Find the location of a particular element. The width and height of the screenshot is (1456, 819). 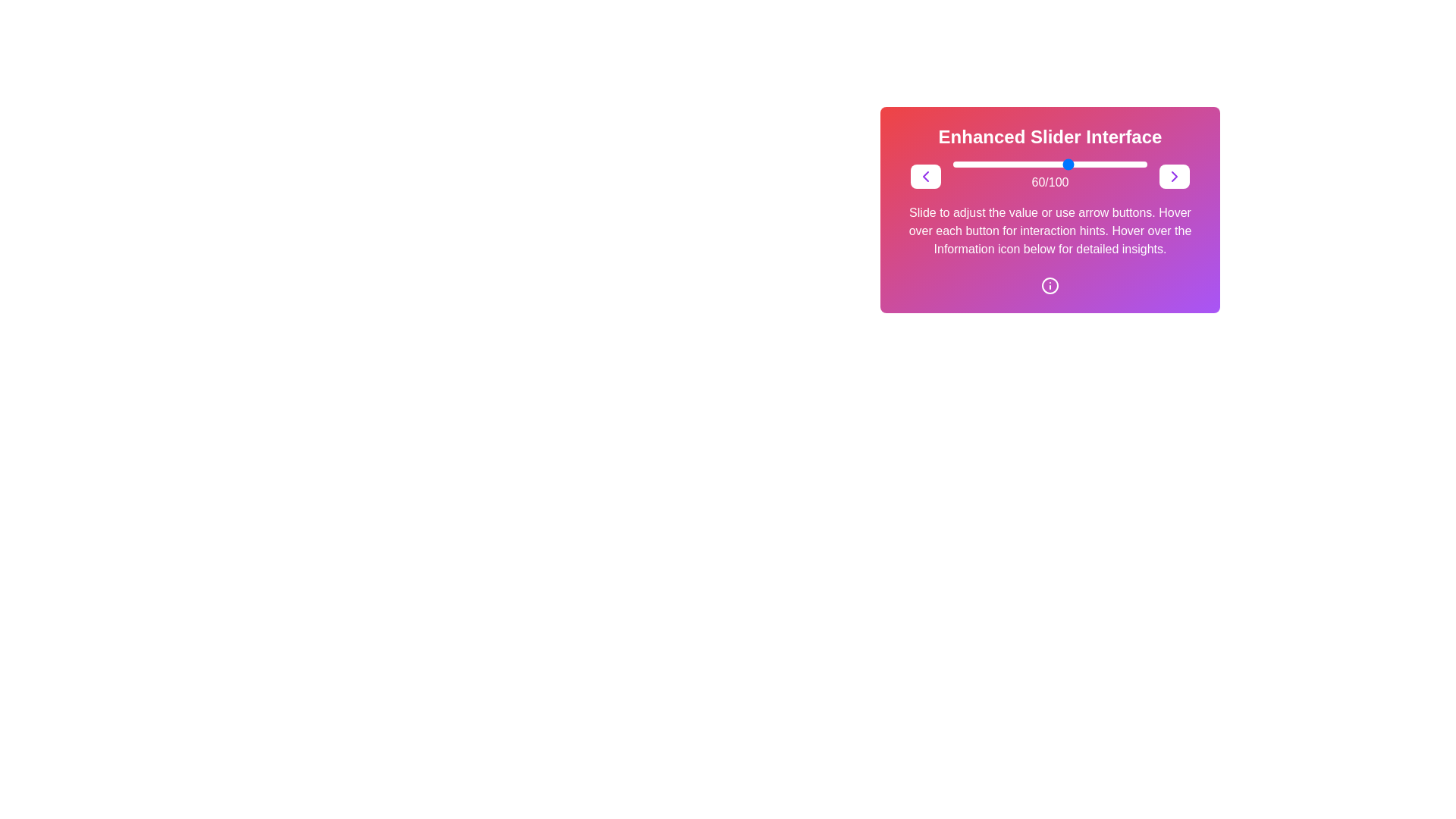

the slider is located at coordinates (1061, 164).